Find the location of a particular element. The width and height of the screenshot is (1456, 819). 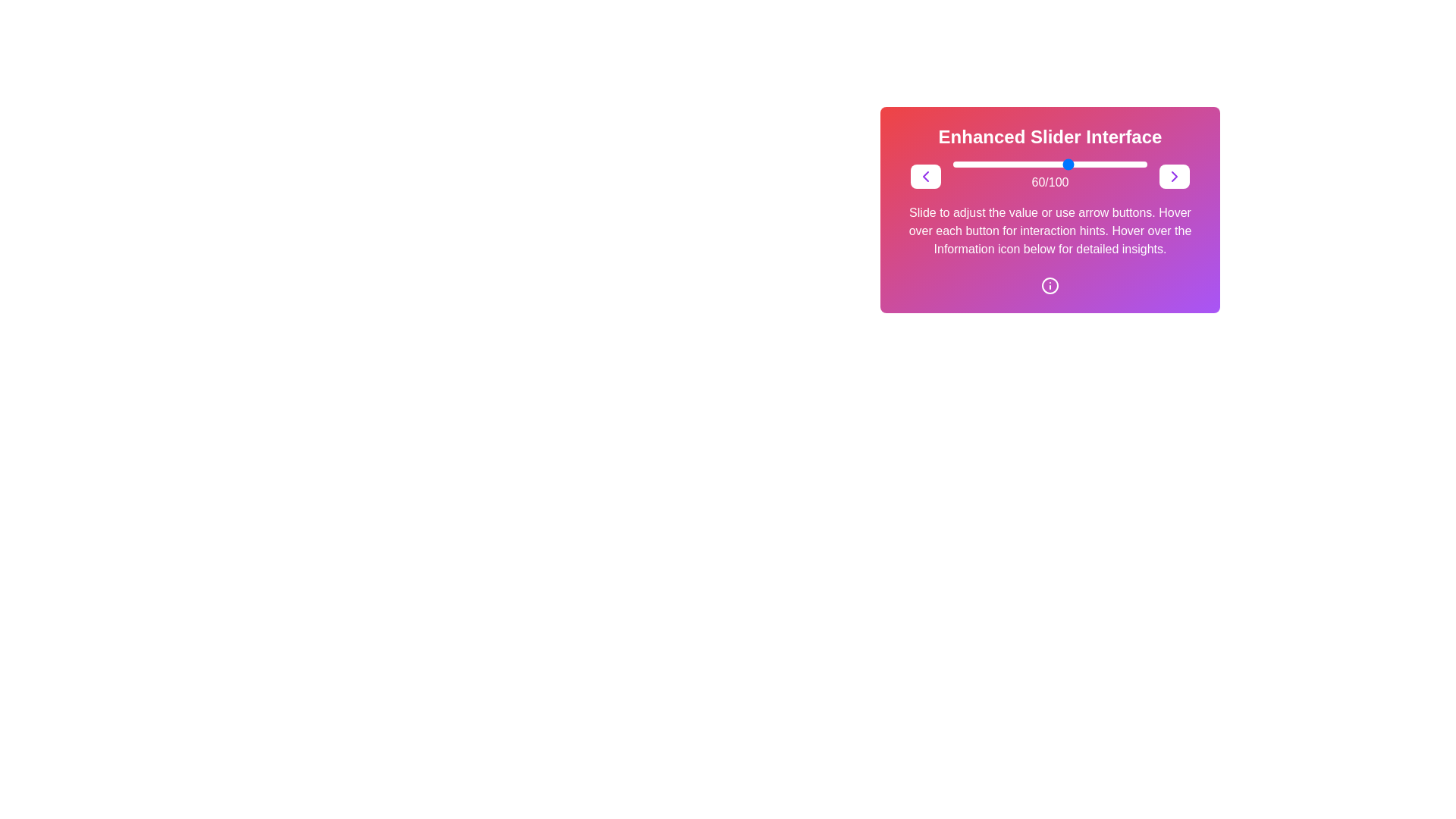

the slider is located at coordinates (1061, 164).